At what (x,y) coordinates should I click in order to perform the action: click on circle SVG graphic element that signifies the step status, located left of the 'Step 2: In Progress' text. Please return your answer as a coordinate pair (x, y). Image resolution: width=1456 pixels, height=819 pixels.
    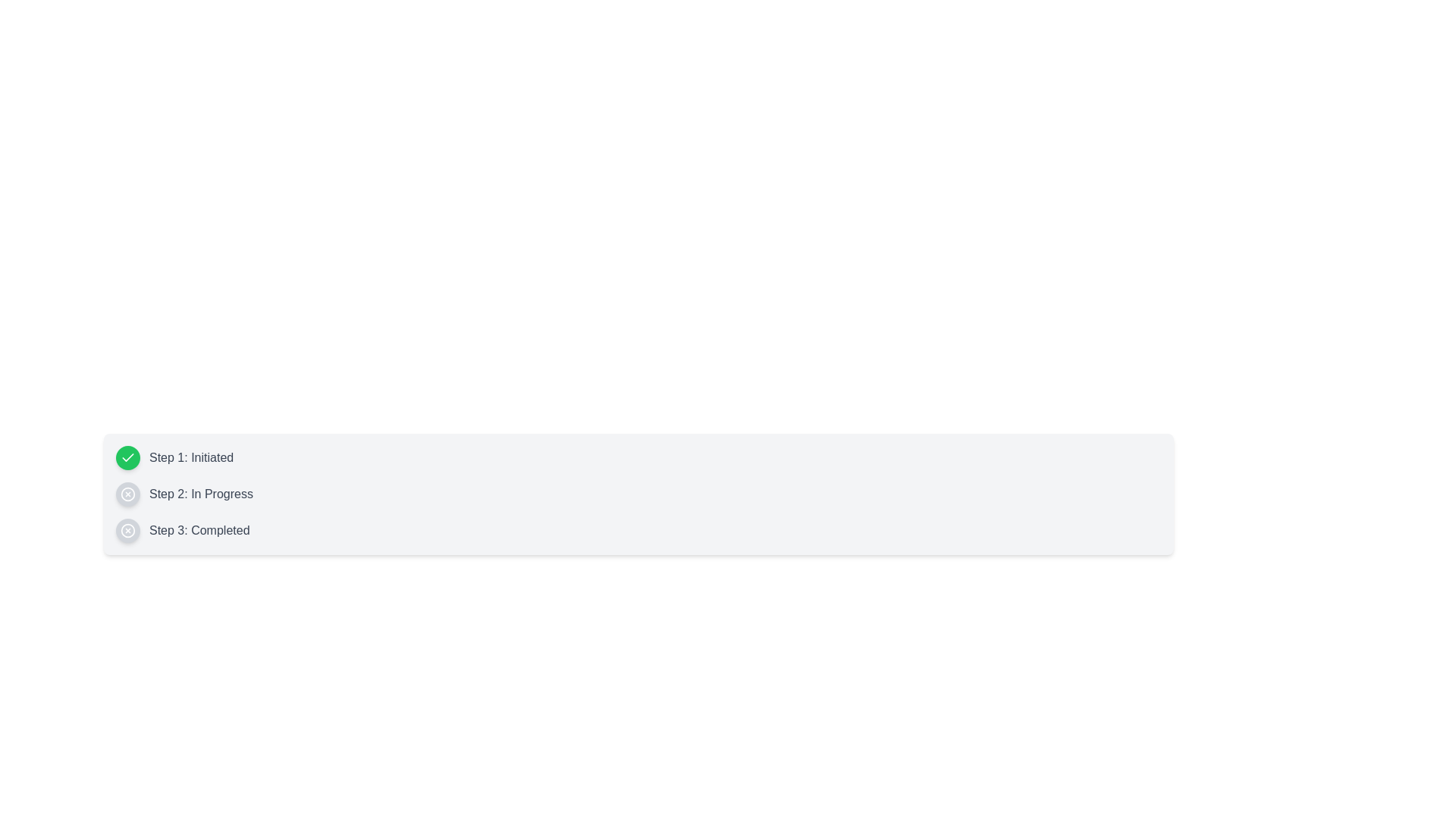
    Looking at the image, I should click on (127, 494).